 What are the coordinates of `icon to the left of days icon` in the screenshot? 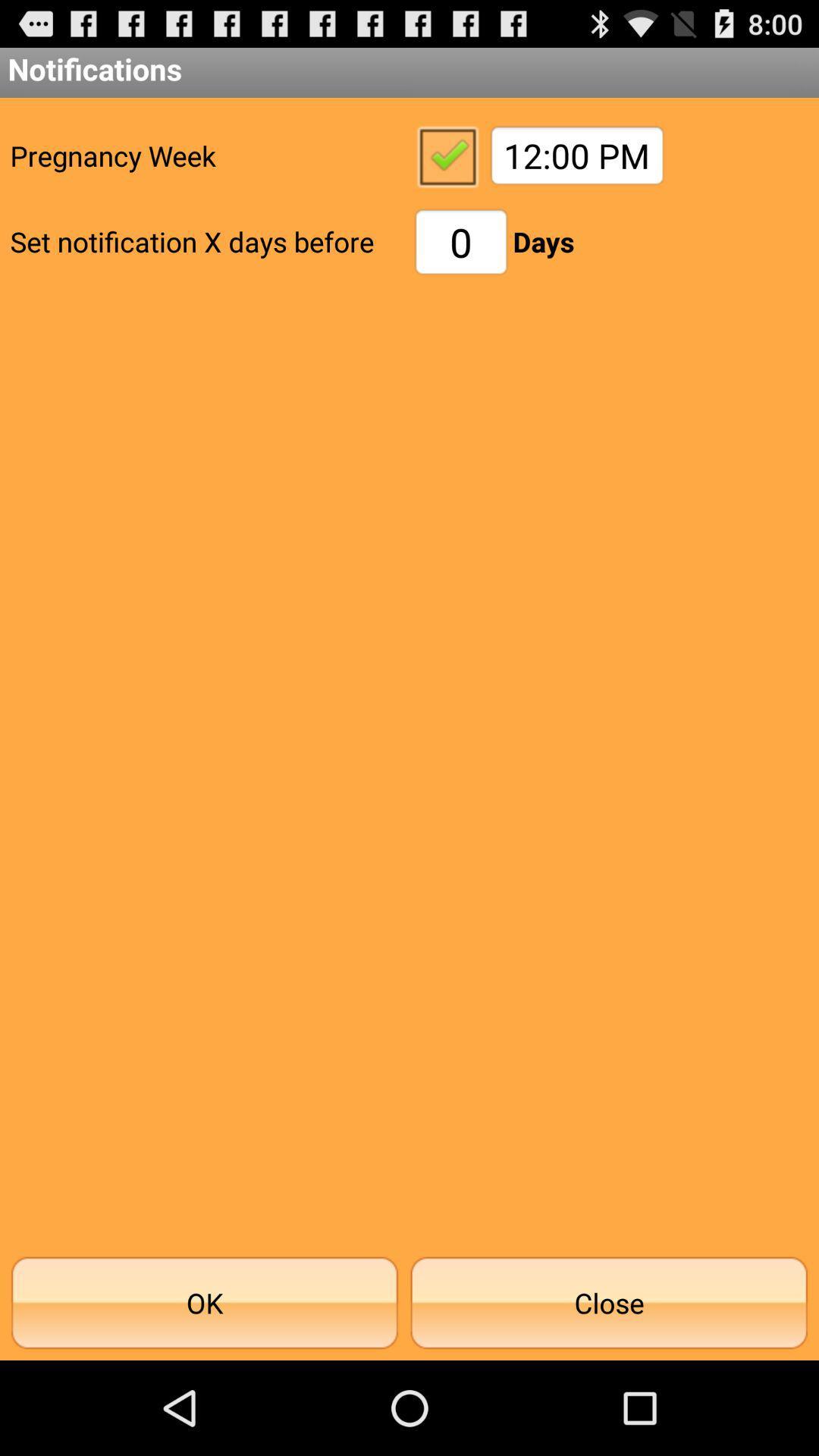 It's located at (460, 241).